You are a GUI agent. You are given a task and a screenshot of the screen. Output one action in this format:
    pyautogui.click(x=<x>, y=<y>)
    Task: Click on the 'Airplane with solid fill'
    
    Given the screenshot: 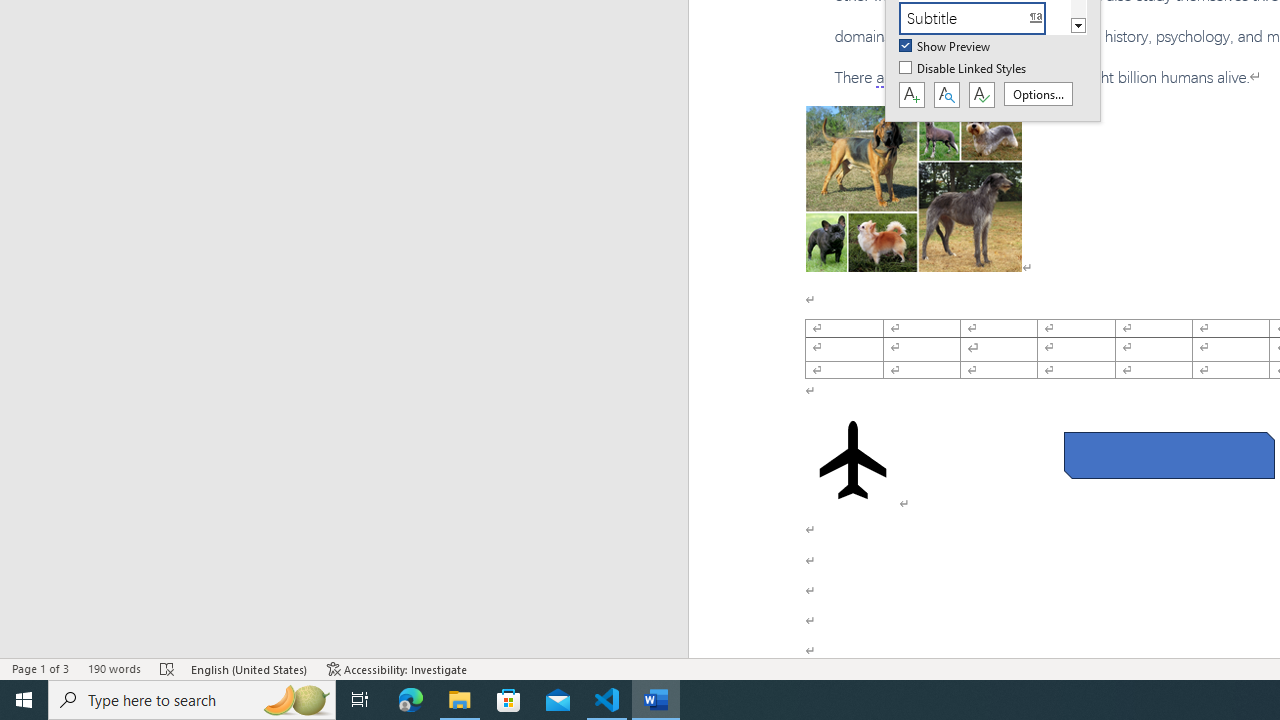 What is the action you would take?
    pyautogui.click(x=853, y=460)
    